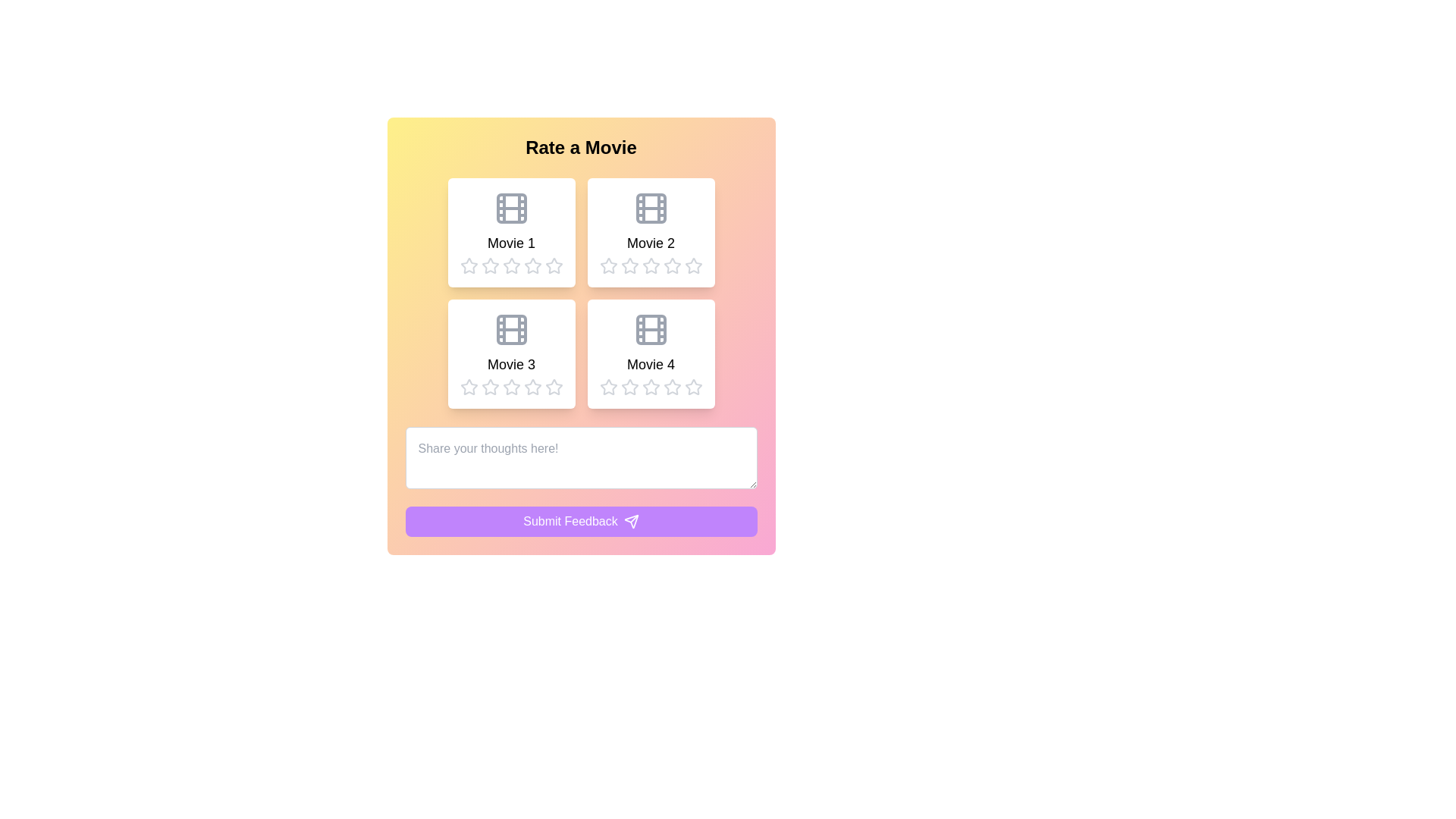  What do you see at coordinates (631, 520) in the screenshot?
I see `the SVG icon within the 'Submit Feedback' button located in the bottom-right corner` at bounding box center [631, 520].